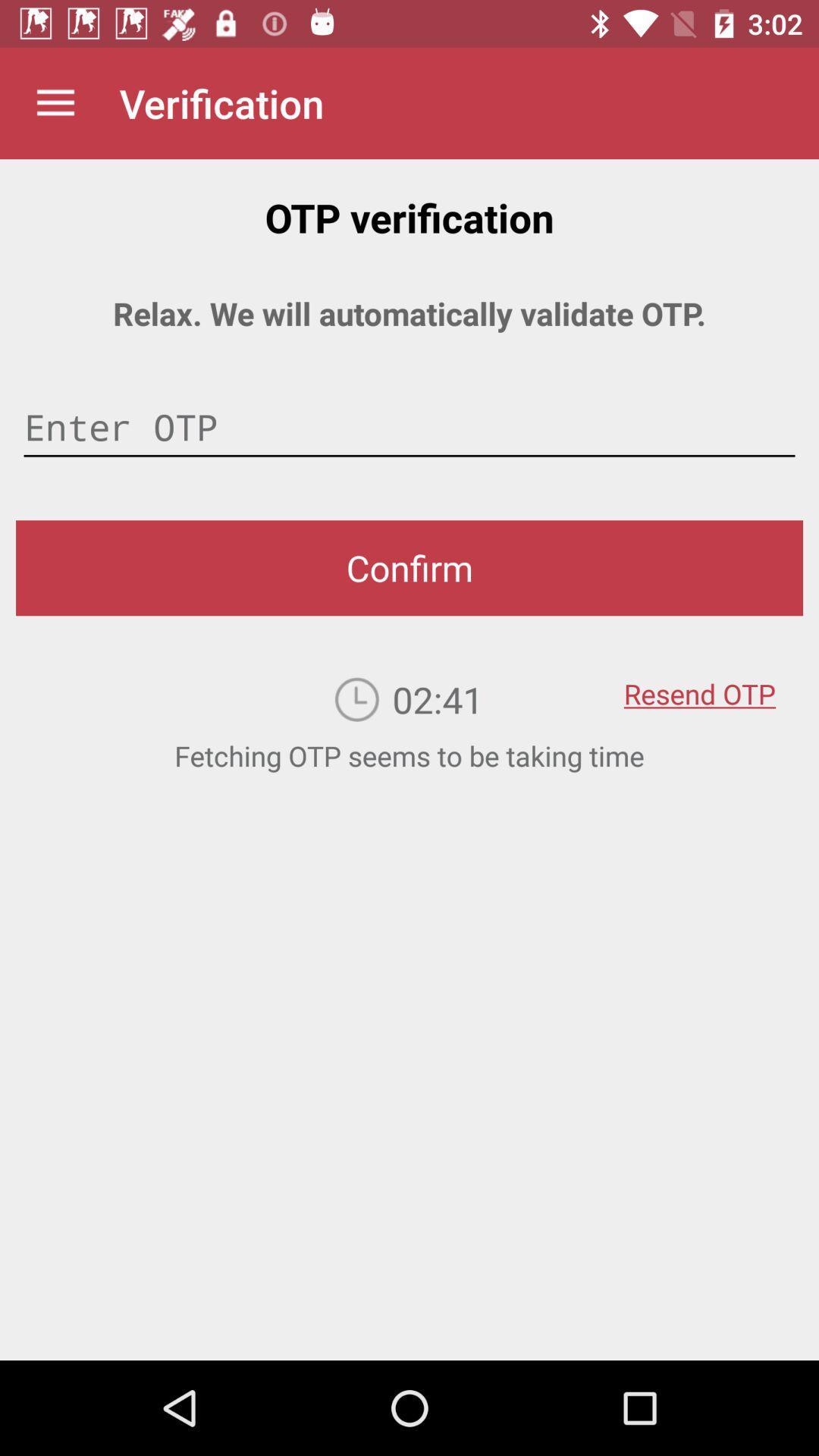 This screenshot has width=819, height=1456. I want to click on item on the right, so click(699, 682).